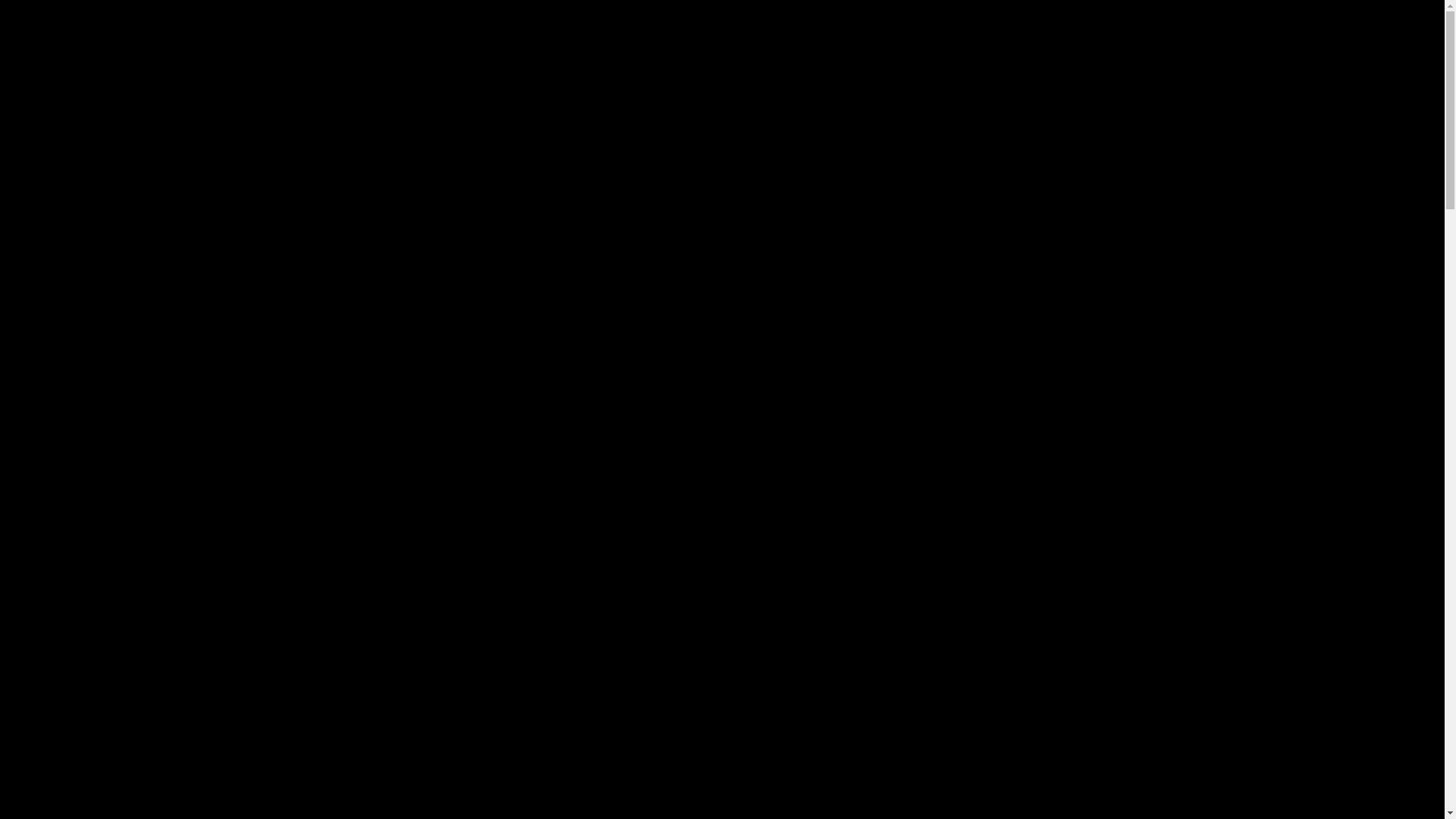  I want to click on 'Home', so click(36, 66).